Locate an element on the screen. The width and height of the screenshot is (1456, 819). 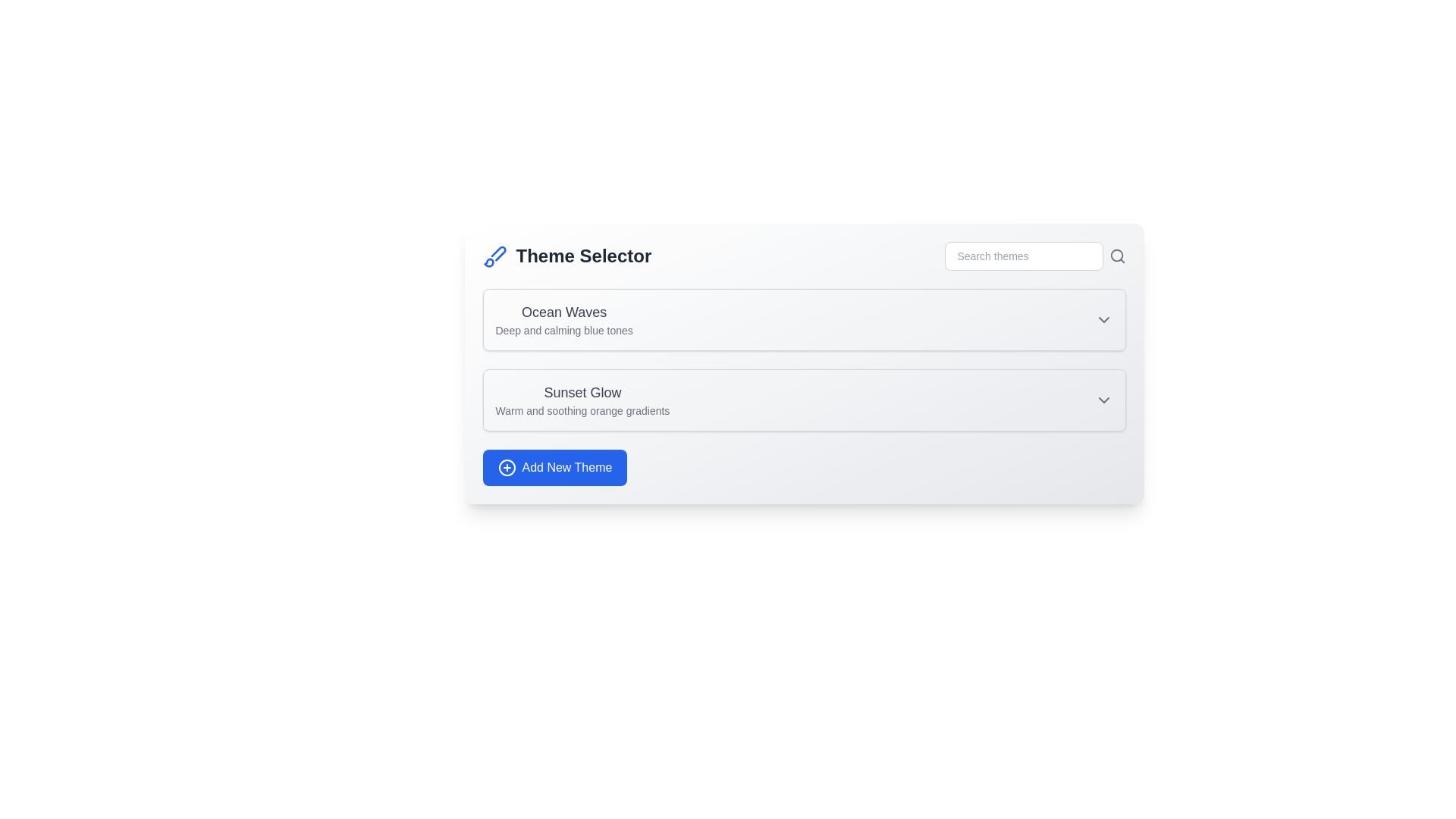
the decorative SVG Circle element located in the bottom right section of the UI, adjacent to the 'Add New Theme' button is located at coordinates (507, 467).